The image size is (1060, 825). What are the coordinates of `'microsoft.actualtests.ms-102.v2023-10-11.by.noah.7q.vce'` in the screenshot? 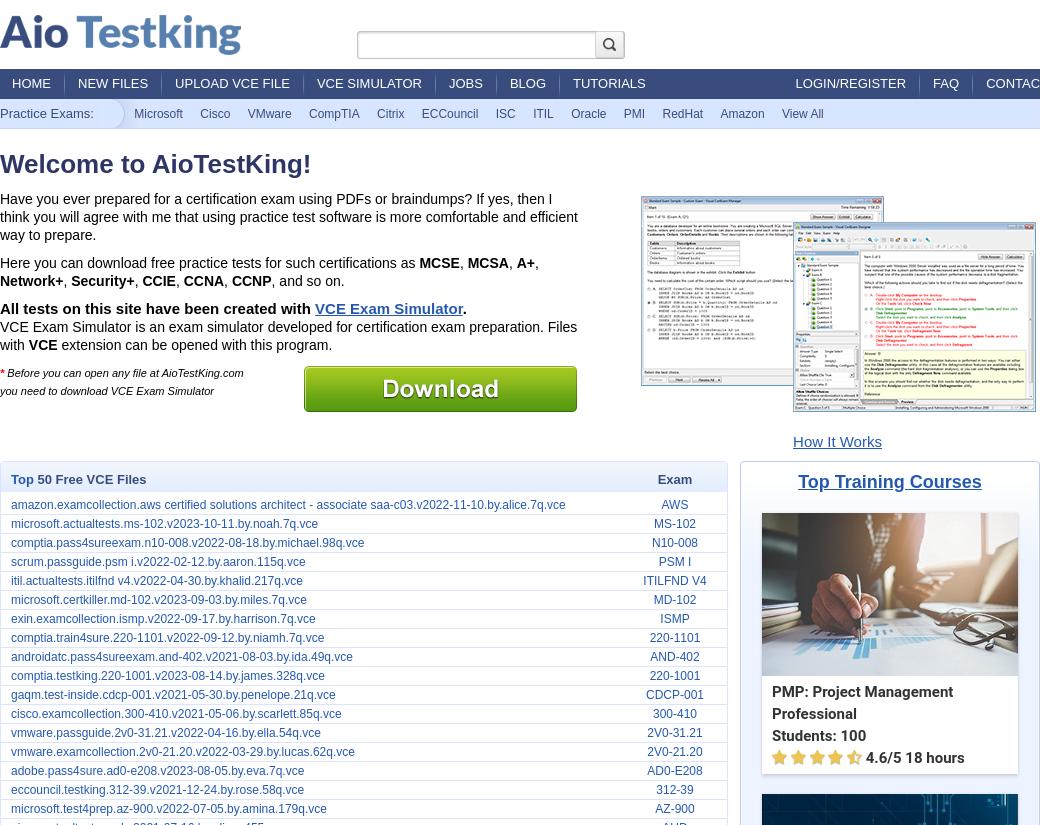 It's located at (11, 523).